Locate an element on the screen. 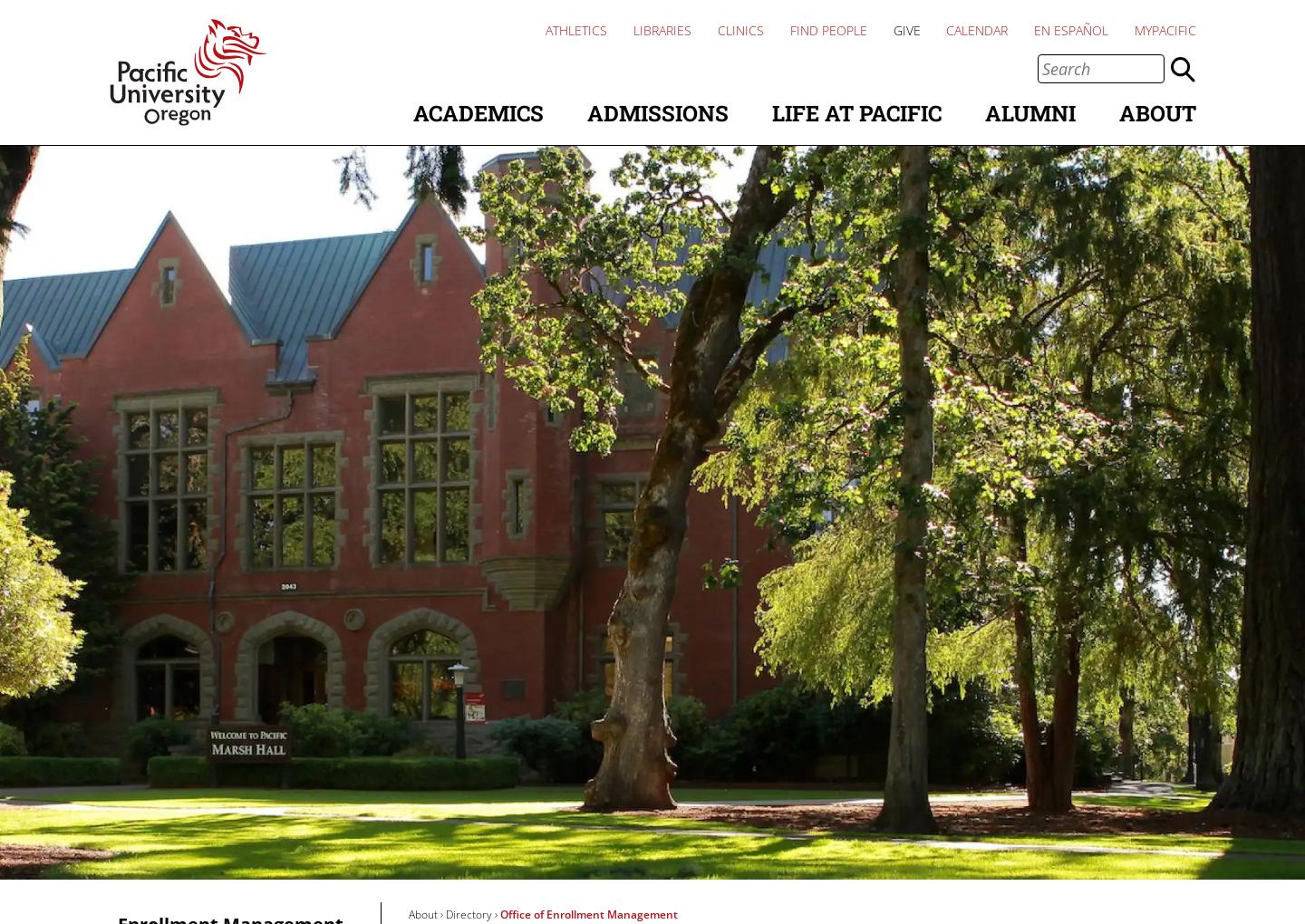  'Find People' is located at coordinates (827, 29).